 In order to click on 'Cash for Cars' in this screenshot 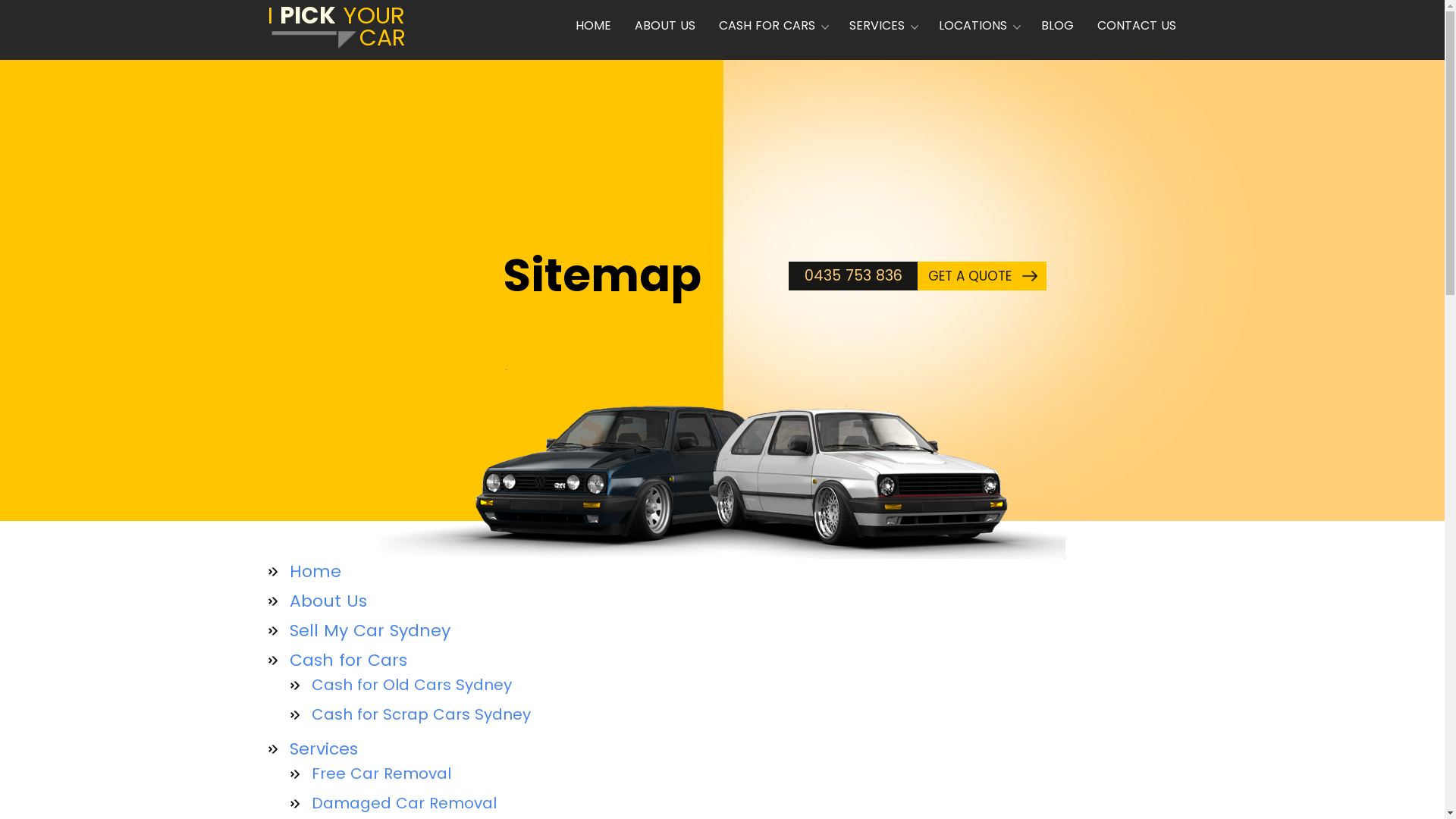, I will do `click(356, 659)`.